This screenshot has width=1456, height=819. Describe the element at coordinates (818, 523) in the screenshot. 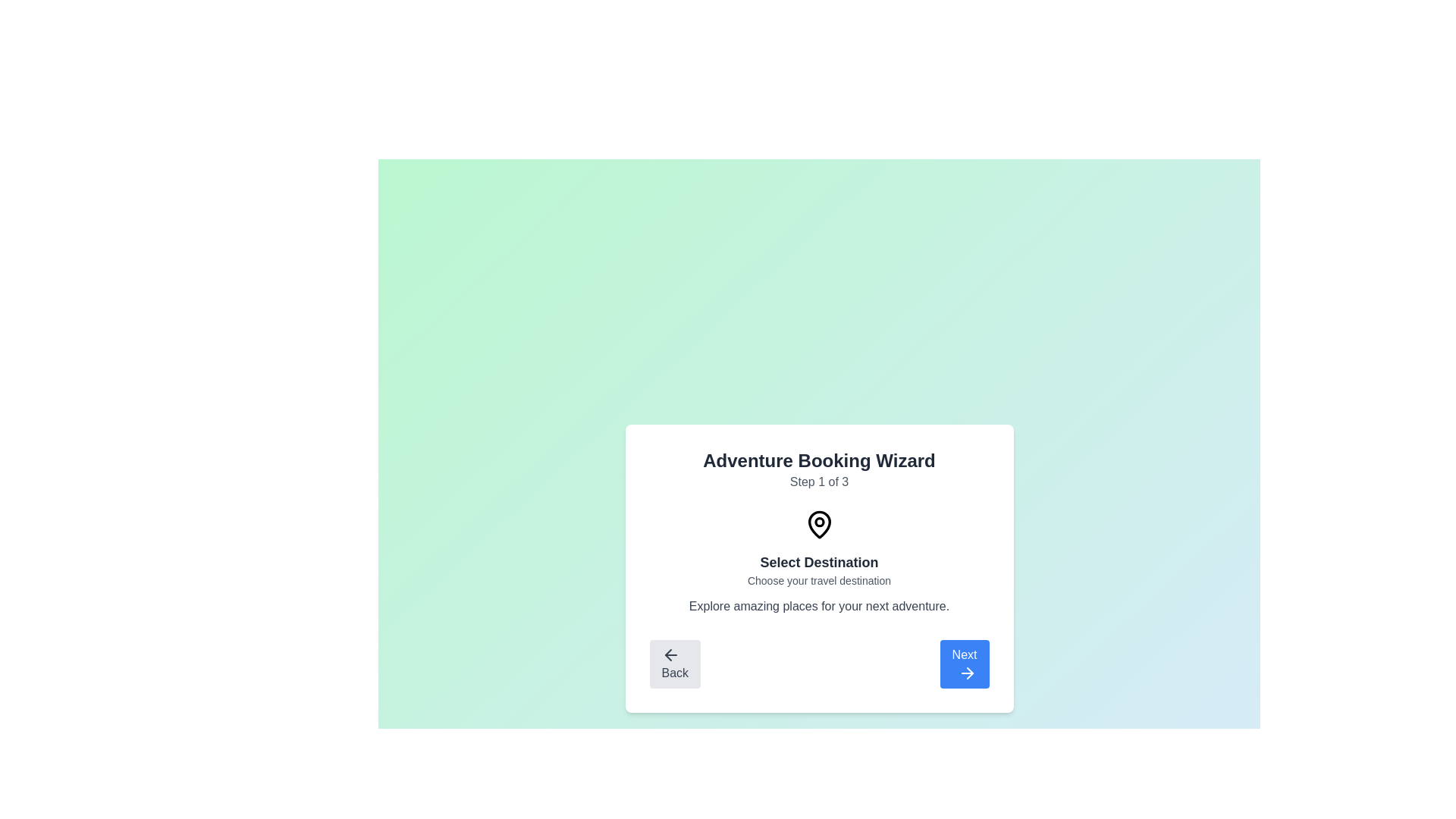

I see `the icon located at the top-center of the modal, directly above the text 'Select Destination'` at that location.